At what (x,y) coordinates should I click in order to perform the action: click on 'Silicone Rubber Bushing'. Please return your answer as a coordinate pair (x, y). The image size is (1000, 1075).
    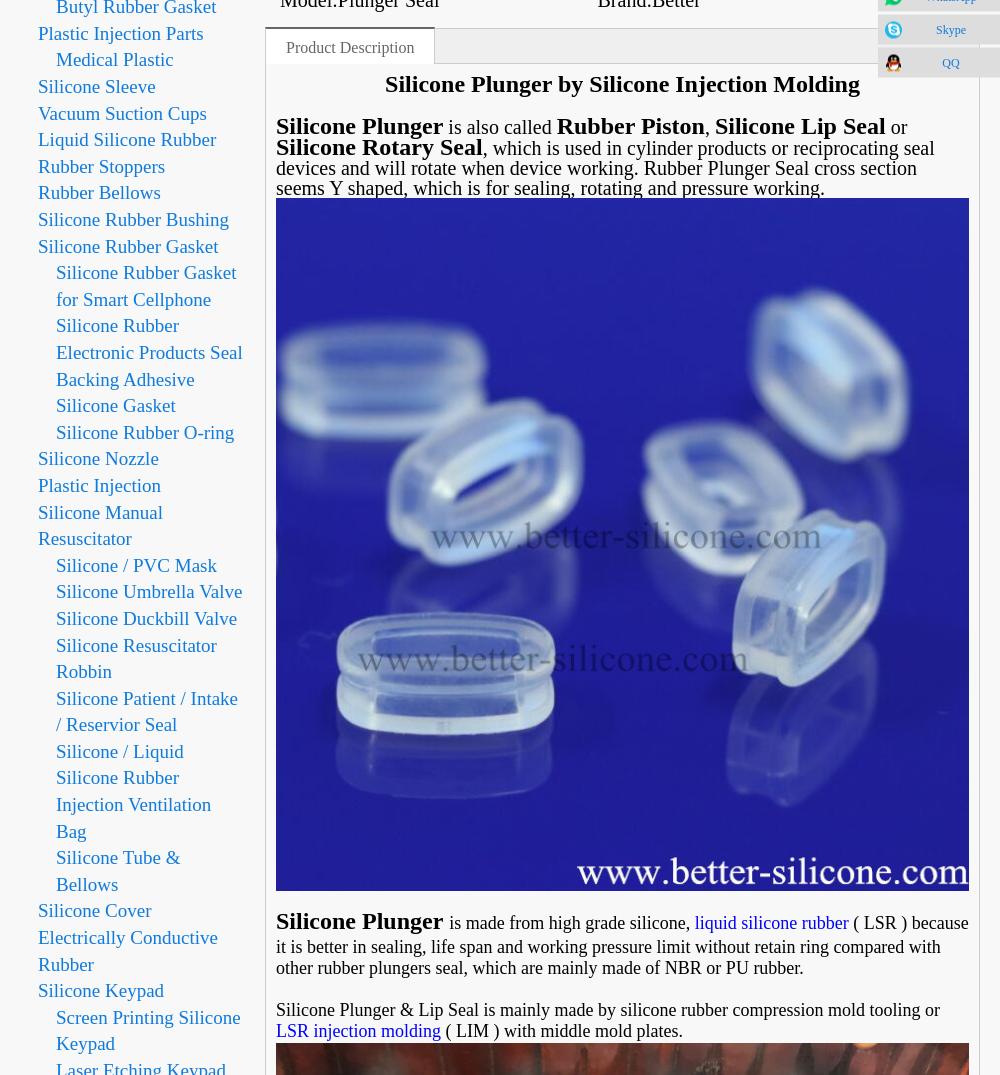
    Looking at the image, I should click on (133, 218).